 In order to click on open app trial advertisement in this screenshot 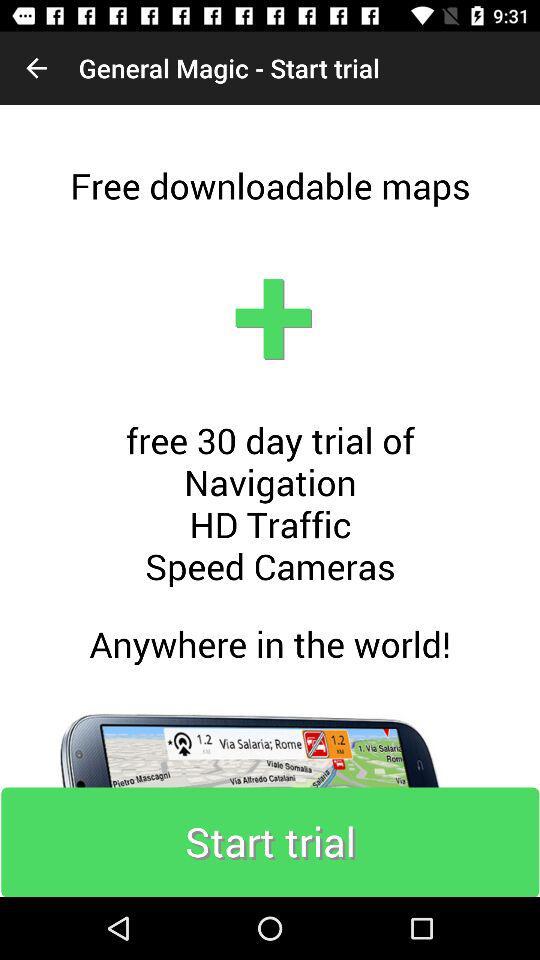, I will do `click(270, 500)`.